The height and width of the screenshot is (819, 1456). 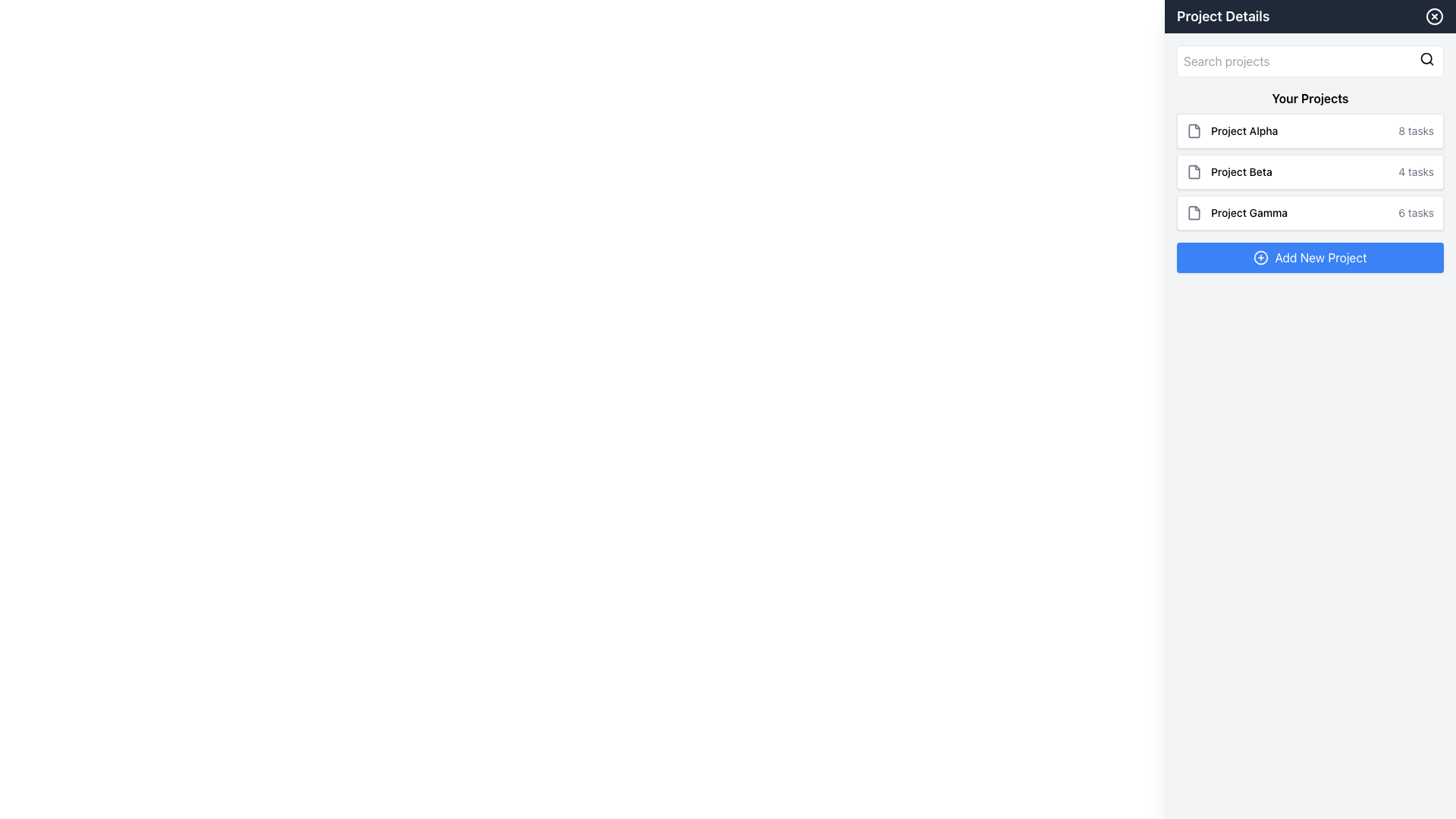 What do you see at coordinates (1193, 213) in the screenshot?
I see `the file icon representing 'Project Gamma' in the sidebar, which is a small line-drawn document outline located to the left of the project's name` at bounding box center [1193, 213].